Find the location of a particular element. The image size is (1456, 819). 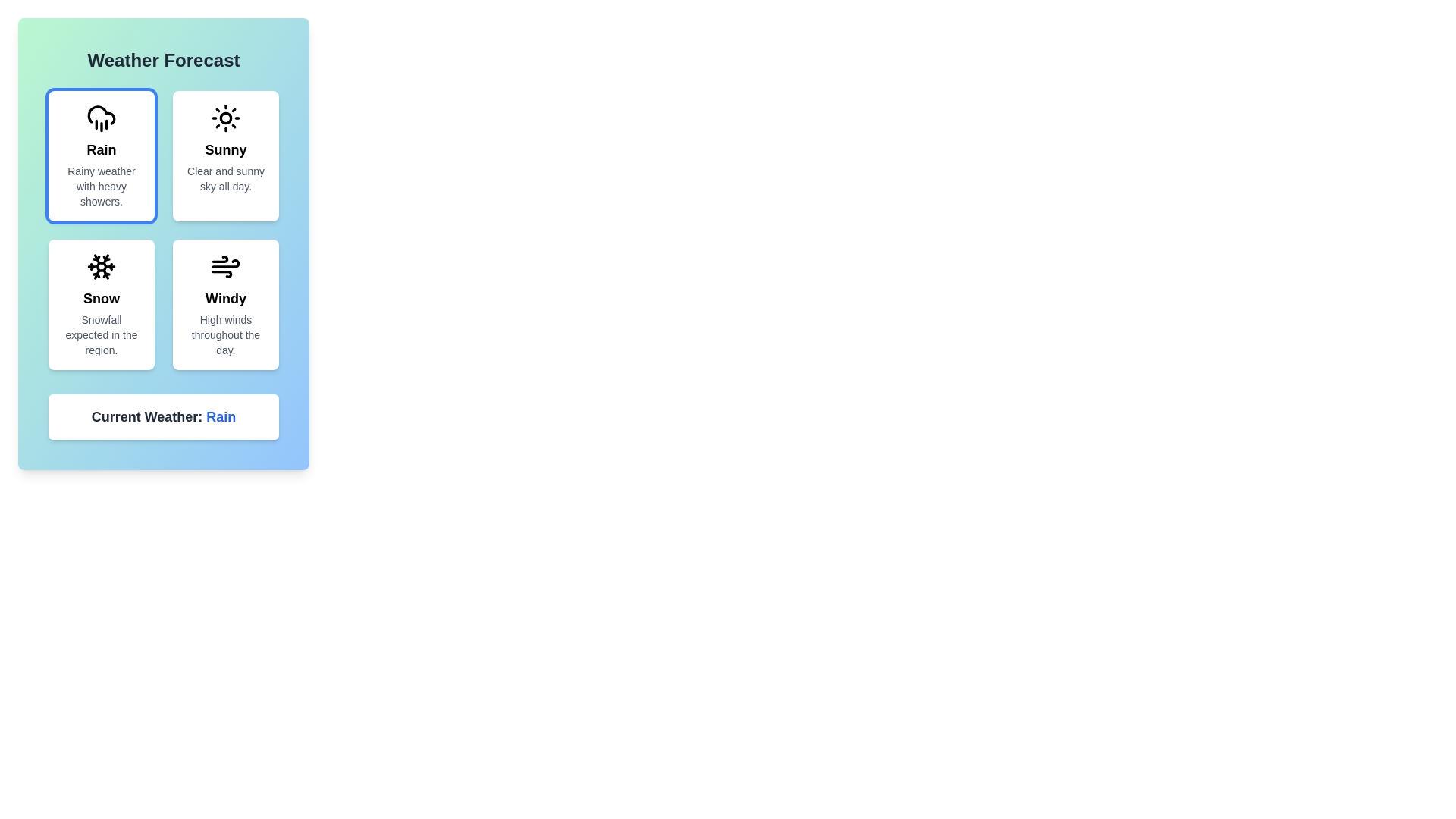

the central circular part of the sun icon in the Sunny card of the Weather Forecast section, which is located above the text 'Sunny' in the second card from the left is located at coordinates (224, 117).